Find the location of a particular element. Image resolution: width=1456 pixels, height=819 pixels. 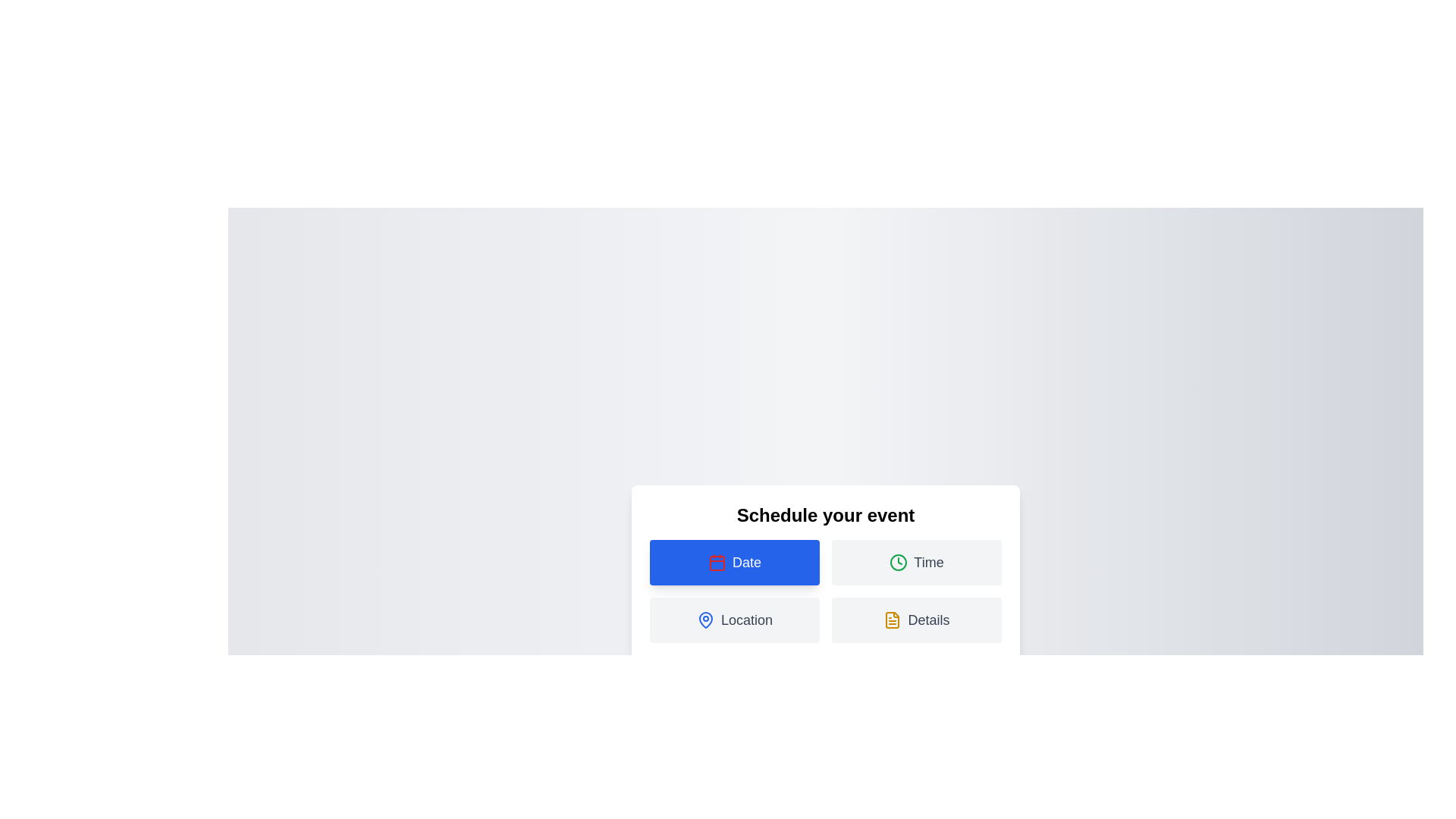

the text label displaying 'Details' in dark gray, located in the right column of the second row in a grid layout, which is accompanied by a document icon is located at coordinates (927, 620).